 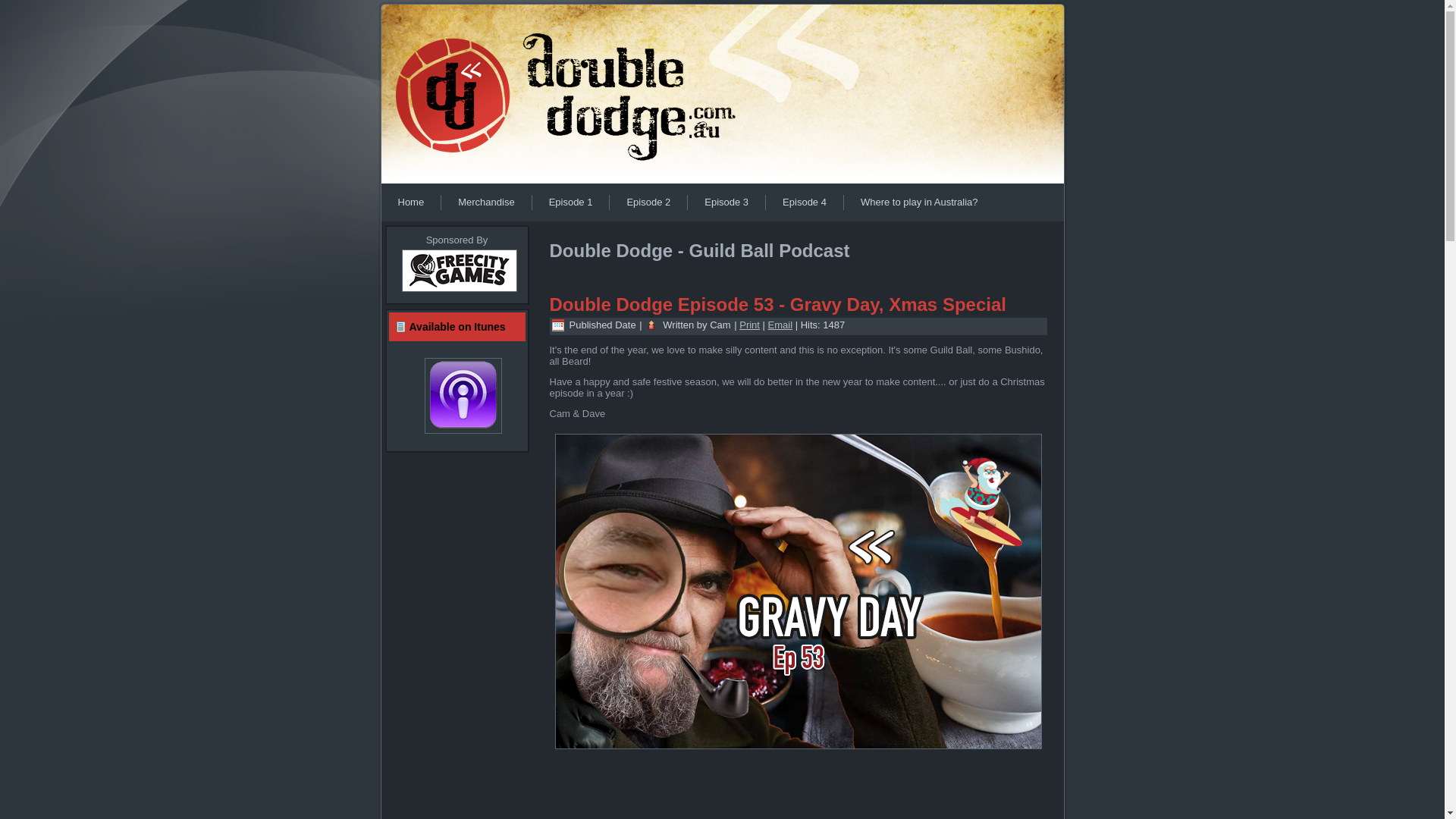 I want to click on 'Episode 2', so click(x=610, y=201).